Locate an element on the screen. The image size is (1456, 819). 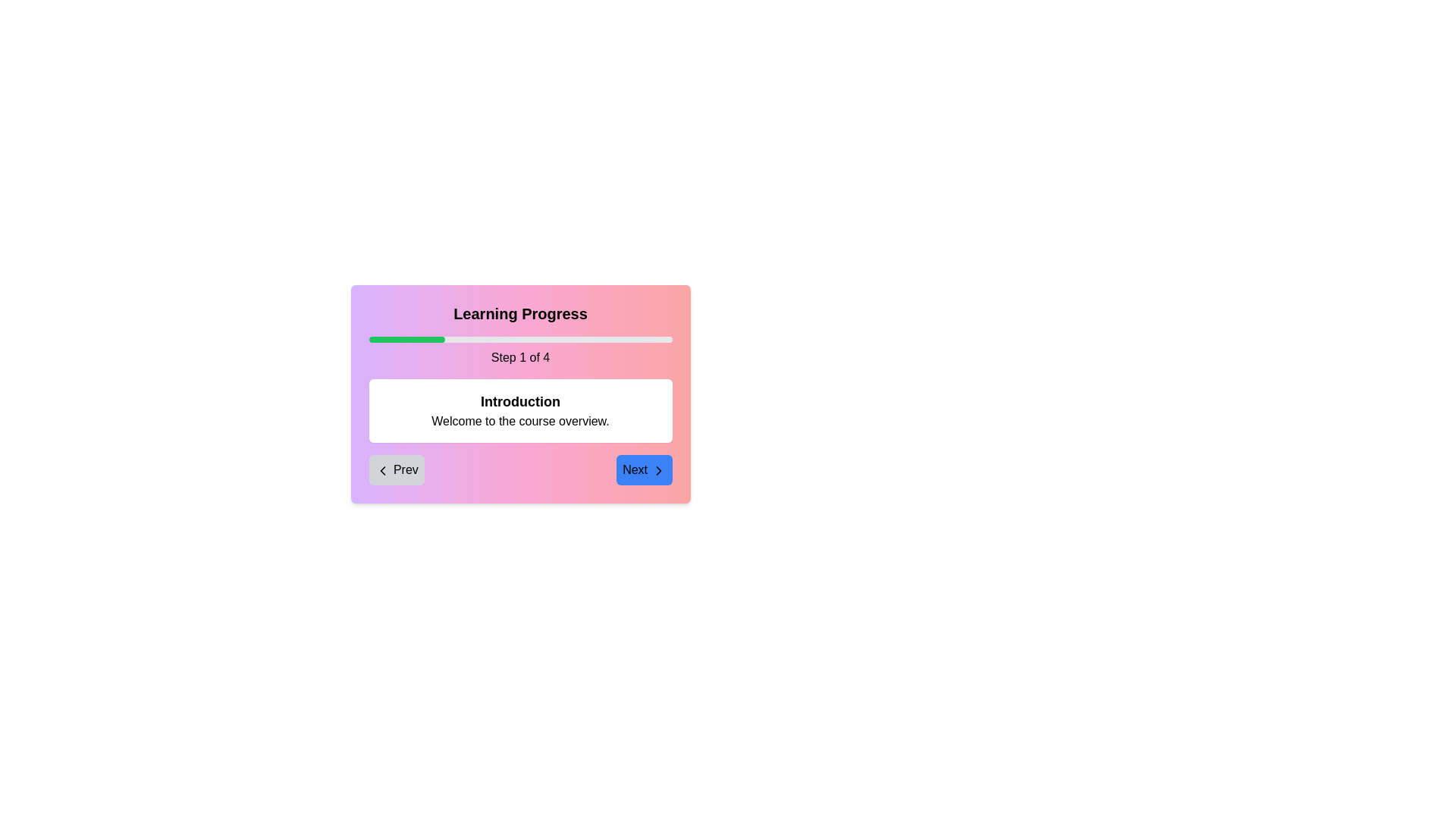
the progress bar segment indicating 25% completion in the 'Learning Progress' section, located near the top of the card under the title is located at coordinates (406, 338).